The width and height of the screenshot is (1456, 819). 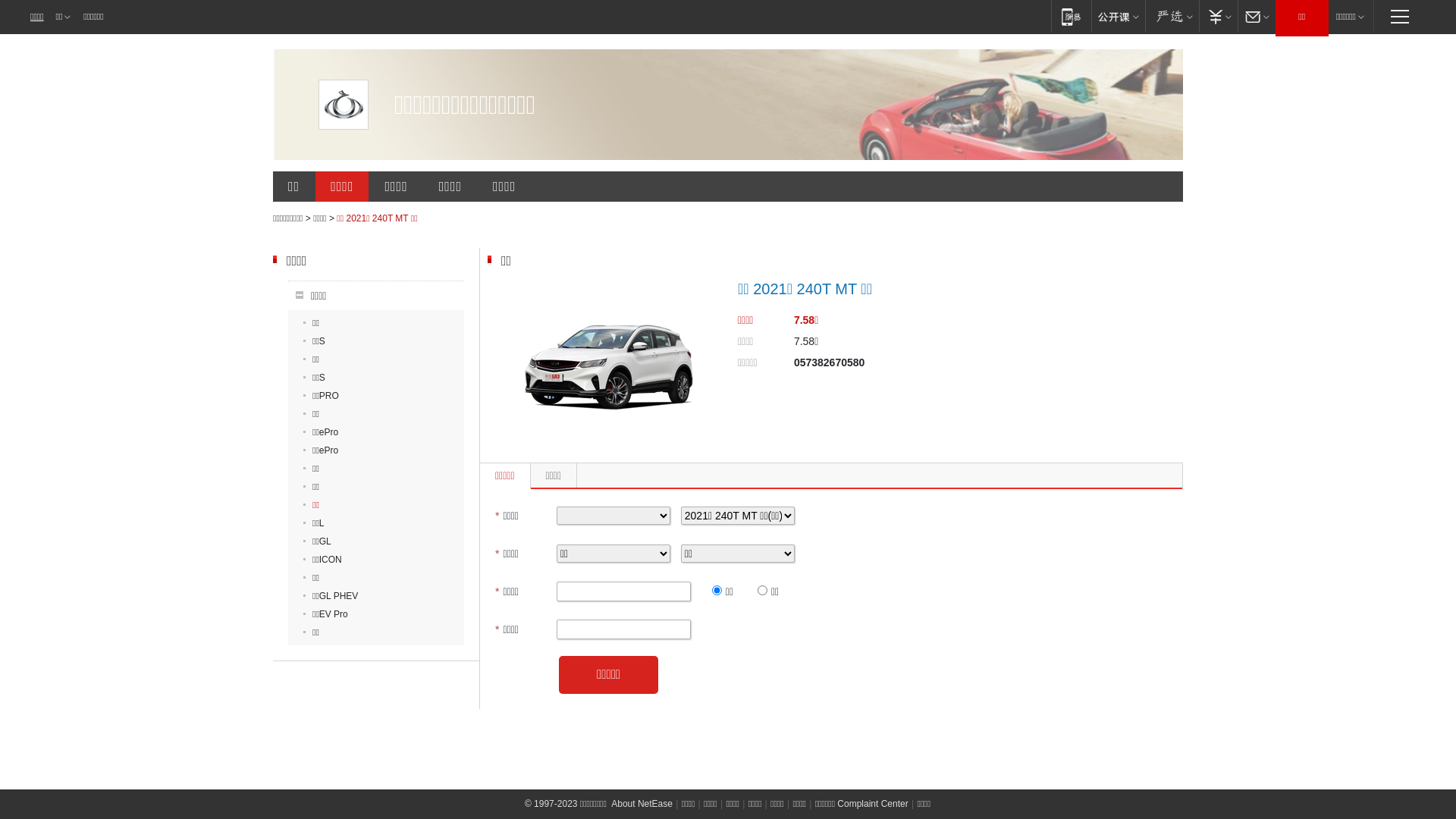 What do you see at coordinates (642, 803) in the screenshot?
I see `'About NetEase'` at bounding box center [642, 803].